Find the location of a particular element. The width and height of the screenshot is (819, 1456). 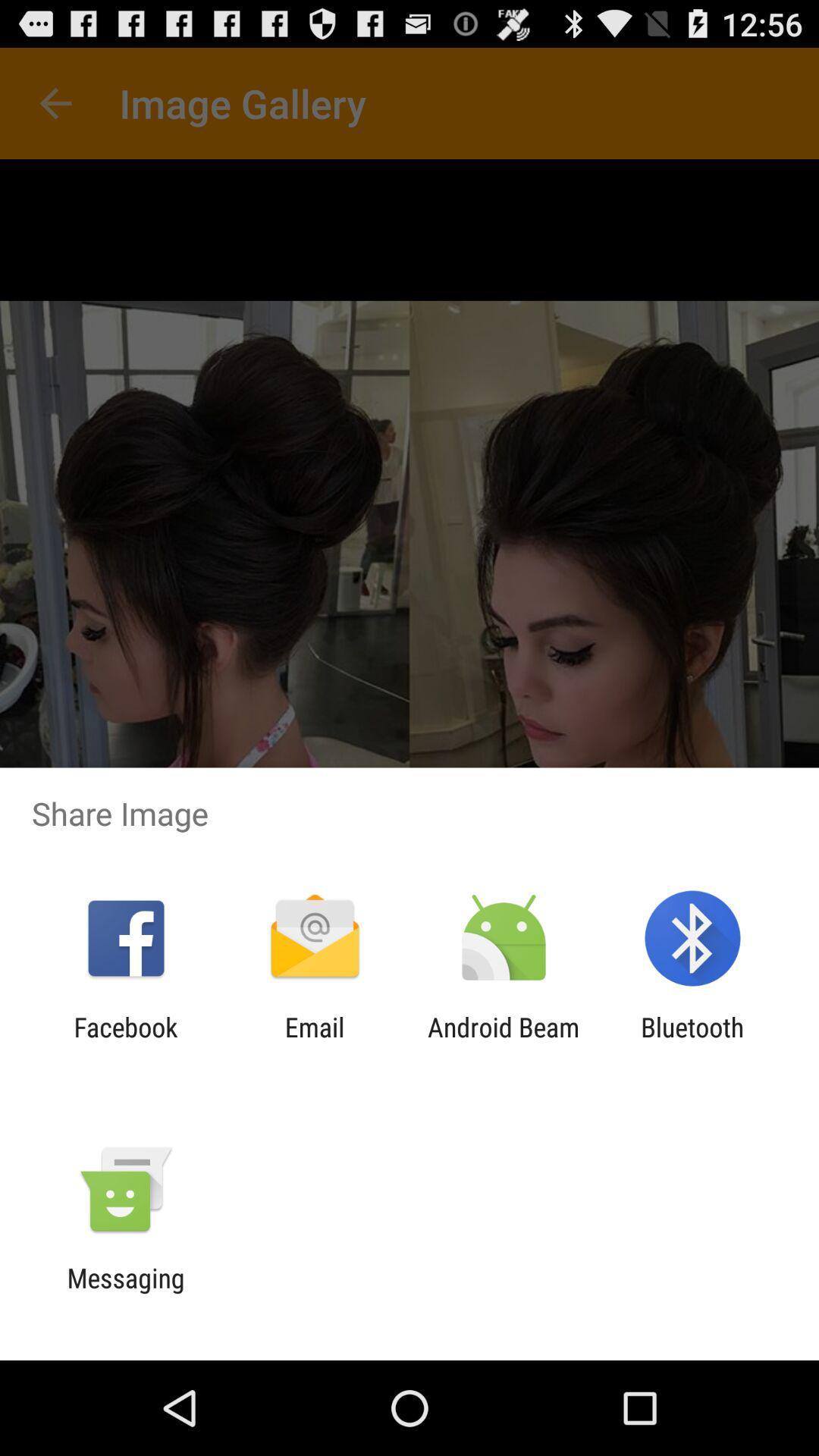

item next to the email icon is located at coordinates (125, 1042).